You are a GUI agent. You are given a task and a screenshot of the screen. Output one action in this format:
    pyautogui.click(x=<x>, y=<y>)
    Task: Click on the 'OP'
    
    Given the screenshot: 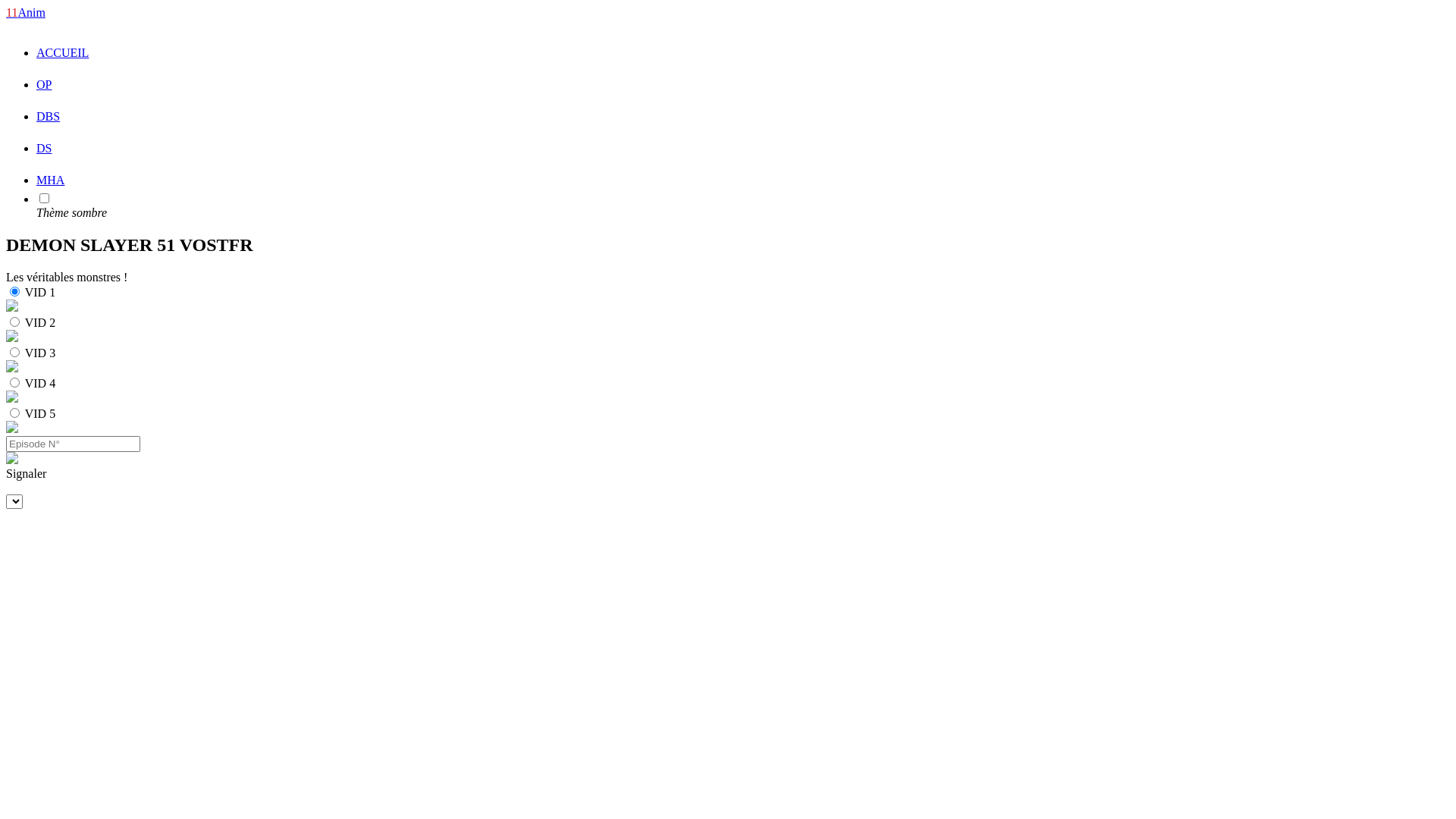 What is the action you would take?
    pyautogui.click(x=43, y=84)
    